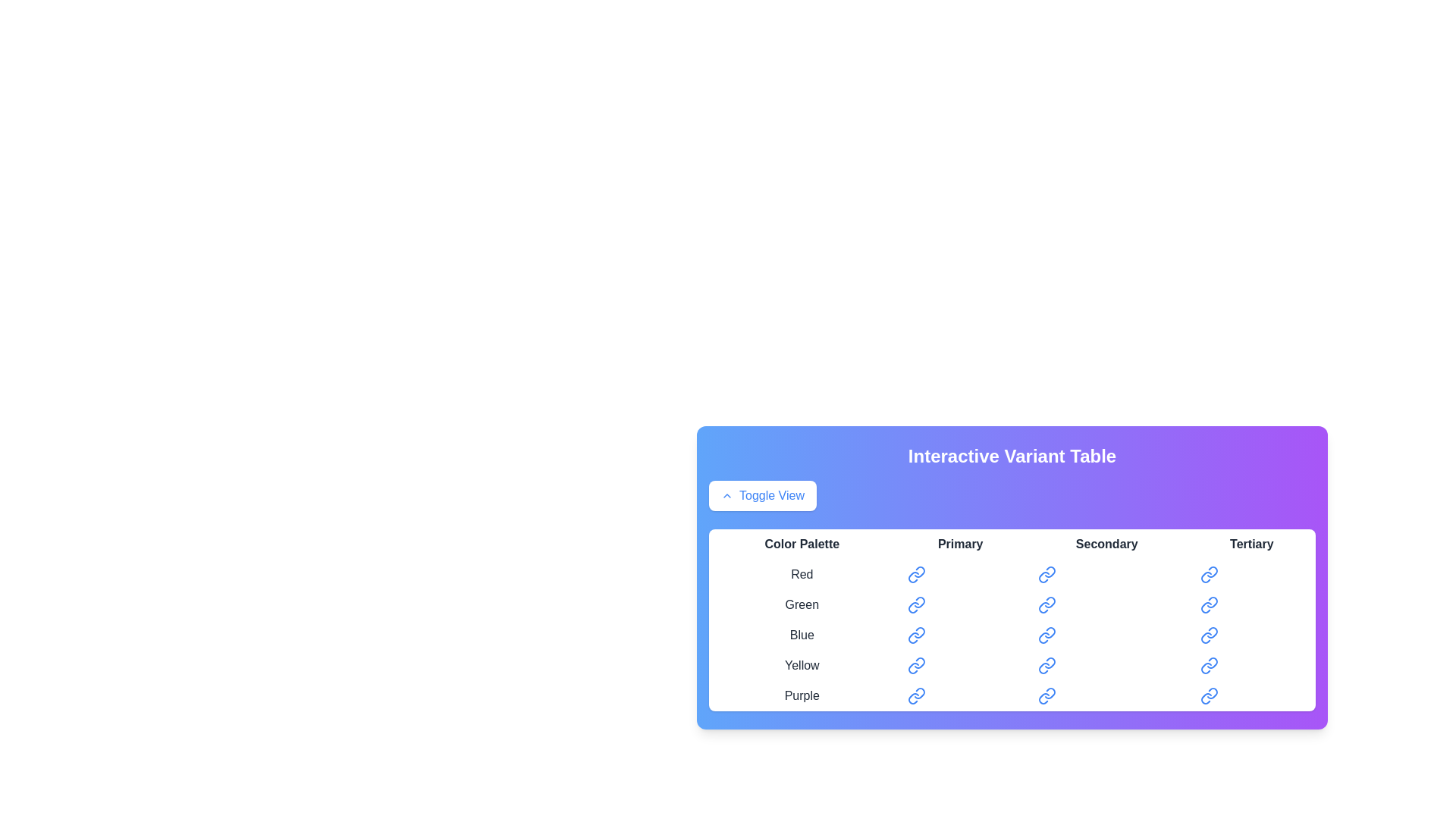 The image size is (1456, 819). What do you see at coordinates (1043, 577) in the screenshot?
I see `the blue chain link icon representing a hyperlink located in the 'Secondary' column of the 'Red' row in the 'Interactive Variant Table'` at bounding box center [1043, 577].